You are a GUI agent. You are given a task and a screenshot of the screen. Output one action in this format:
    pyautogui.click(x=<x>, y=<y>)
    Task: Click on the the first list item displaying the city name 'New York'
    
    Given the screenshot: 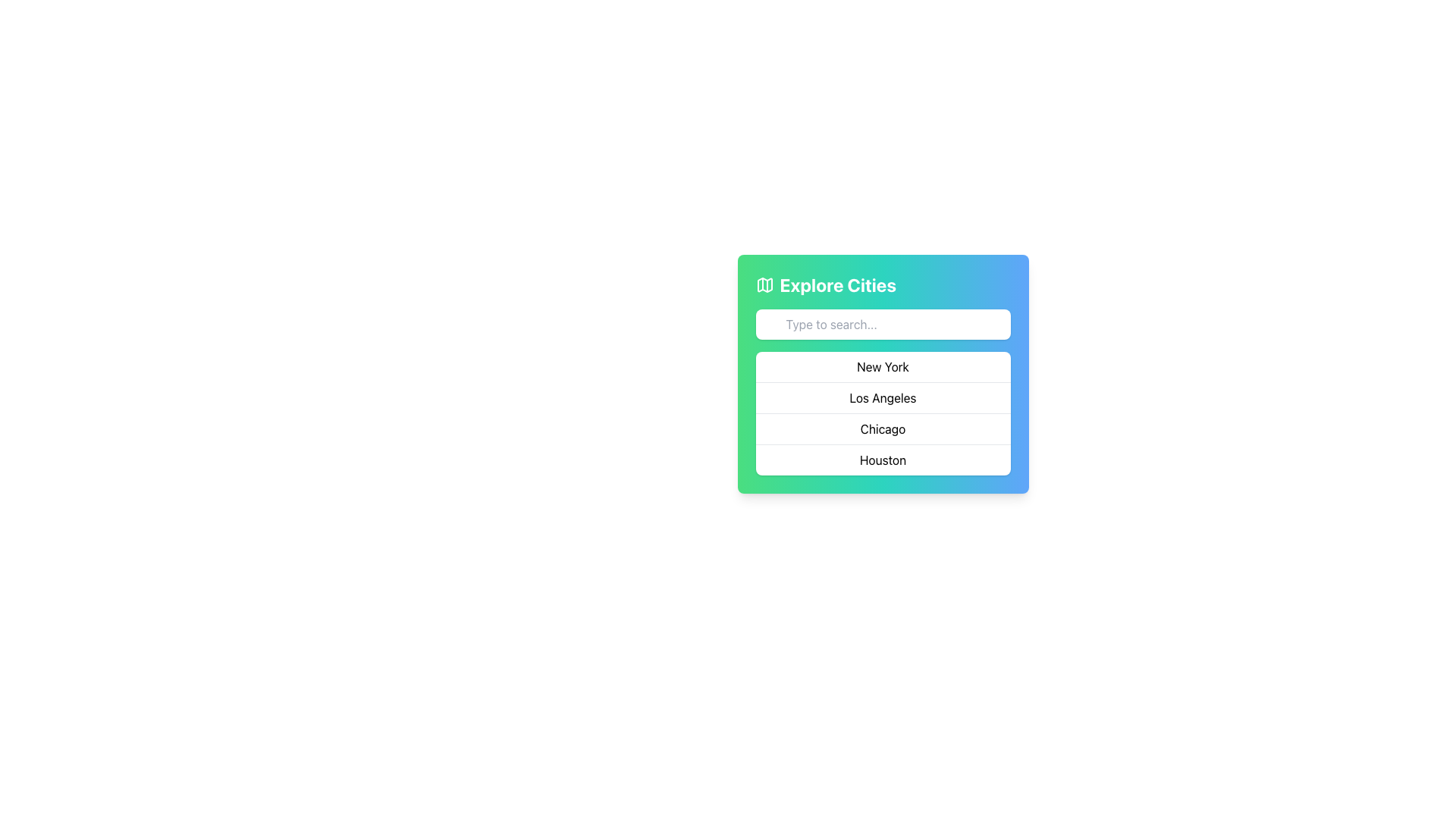 What is the action you would take?
    pyautogui.click(x=883, y=366)
    